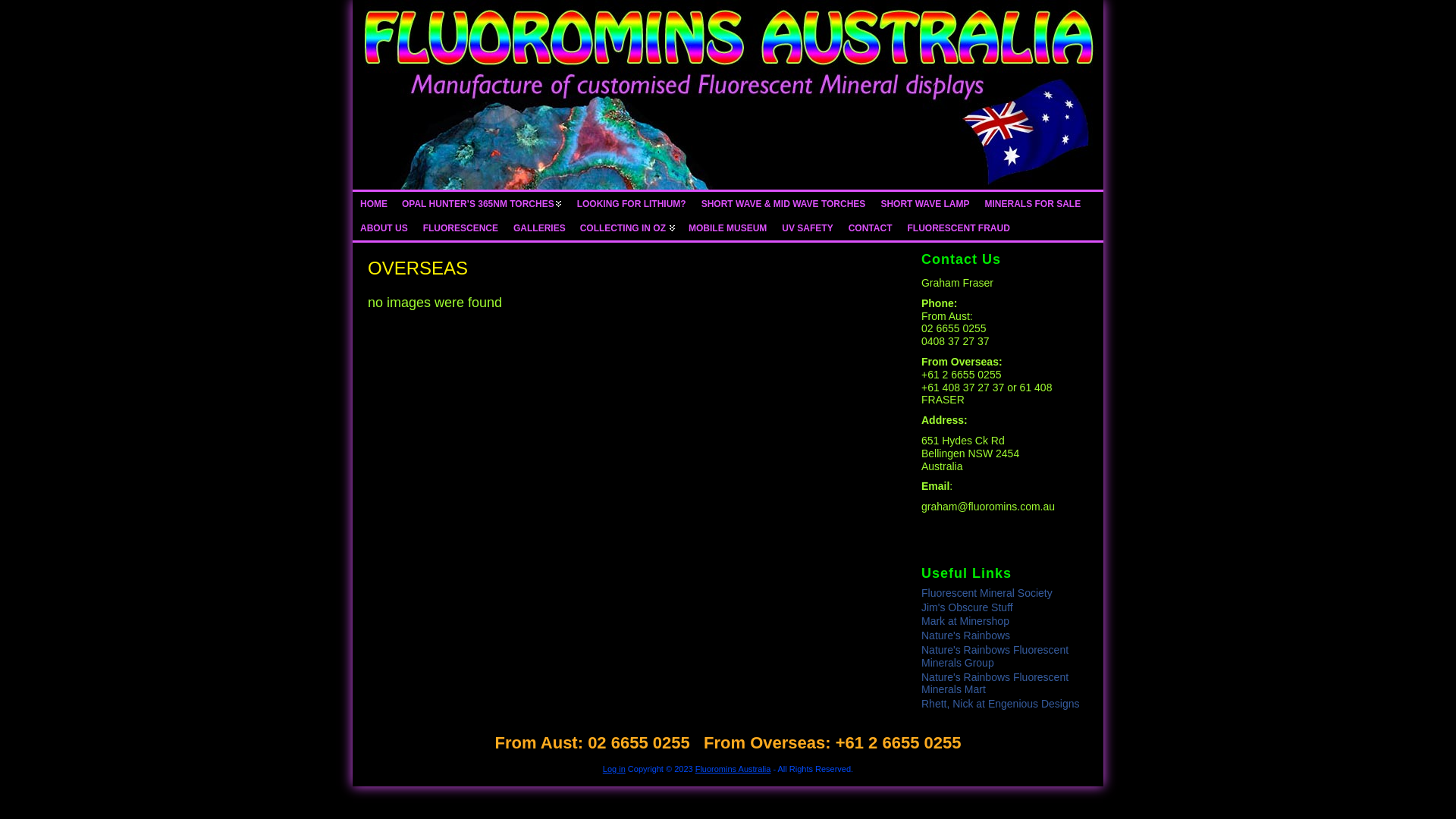  I want to click on 'SHORT WAVE LAMP', so click(924, 203).